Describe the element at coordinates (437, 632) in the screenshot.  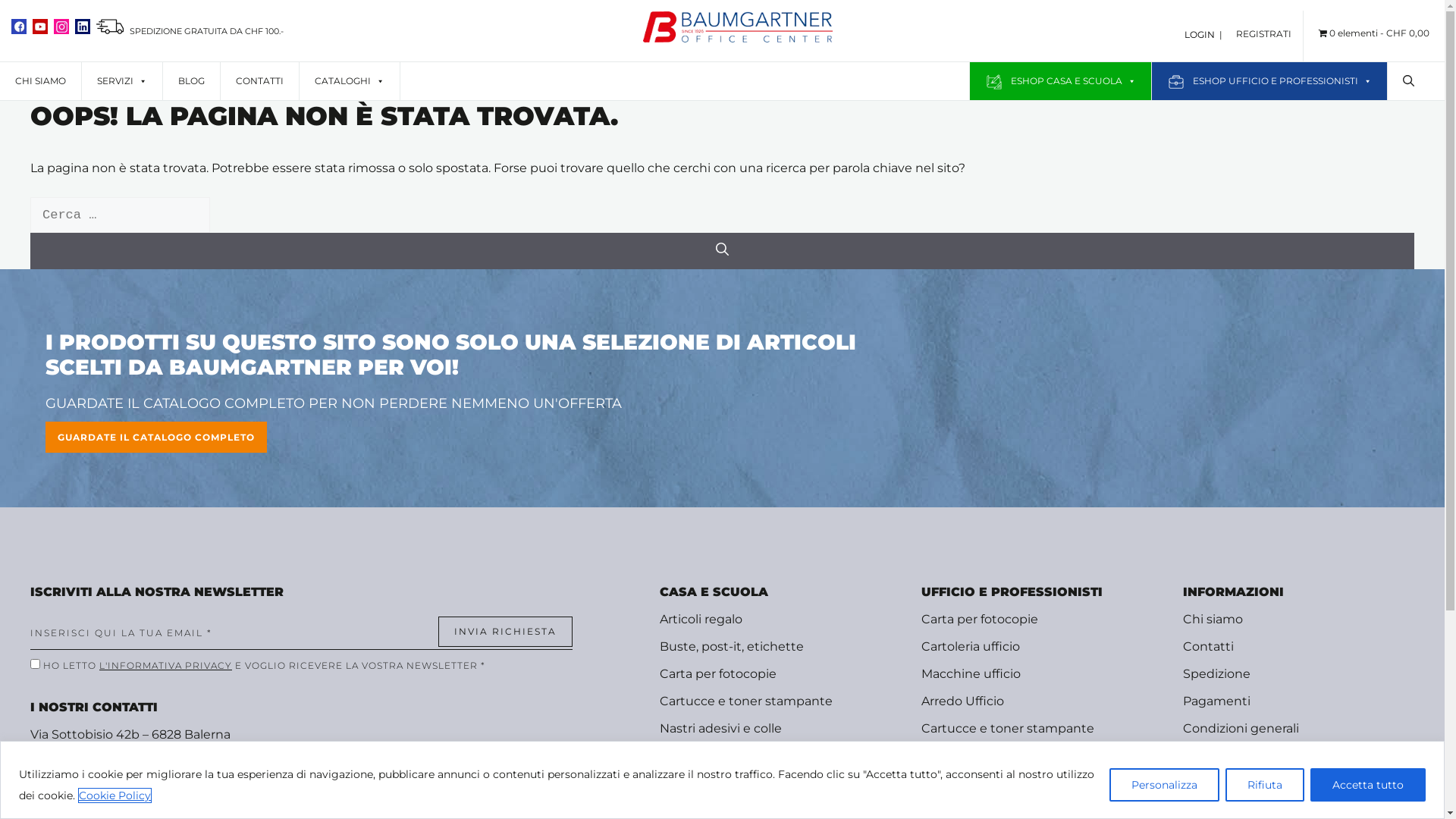
I see `'Invia richiesta'` at that location.